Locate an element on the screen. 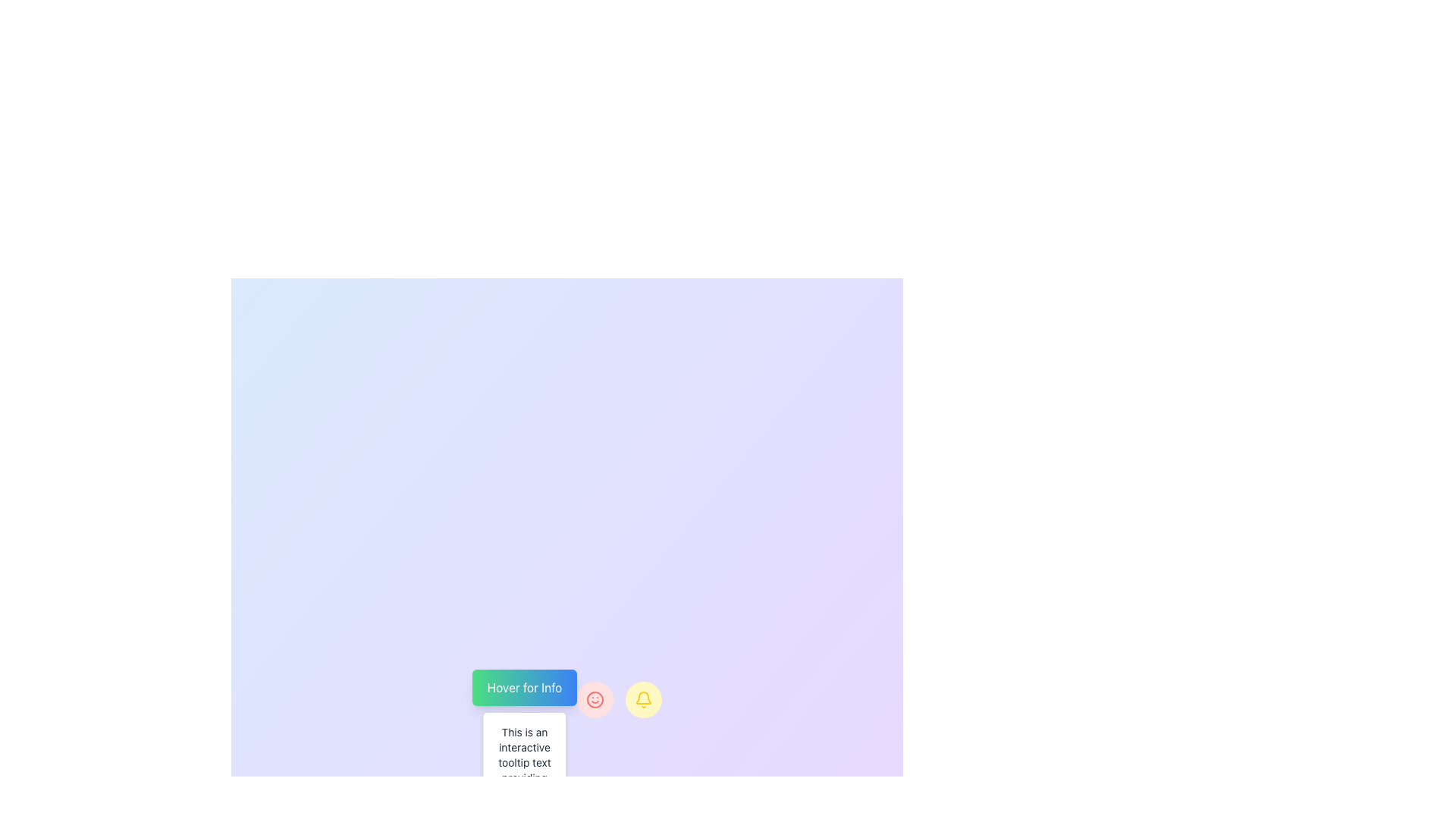 This screenshot has height=819, width=1456. the notification bell icon located at the bottom-right area of the interface is located at coordinates (644, 698).